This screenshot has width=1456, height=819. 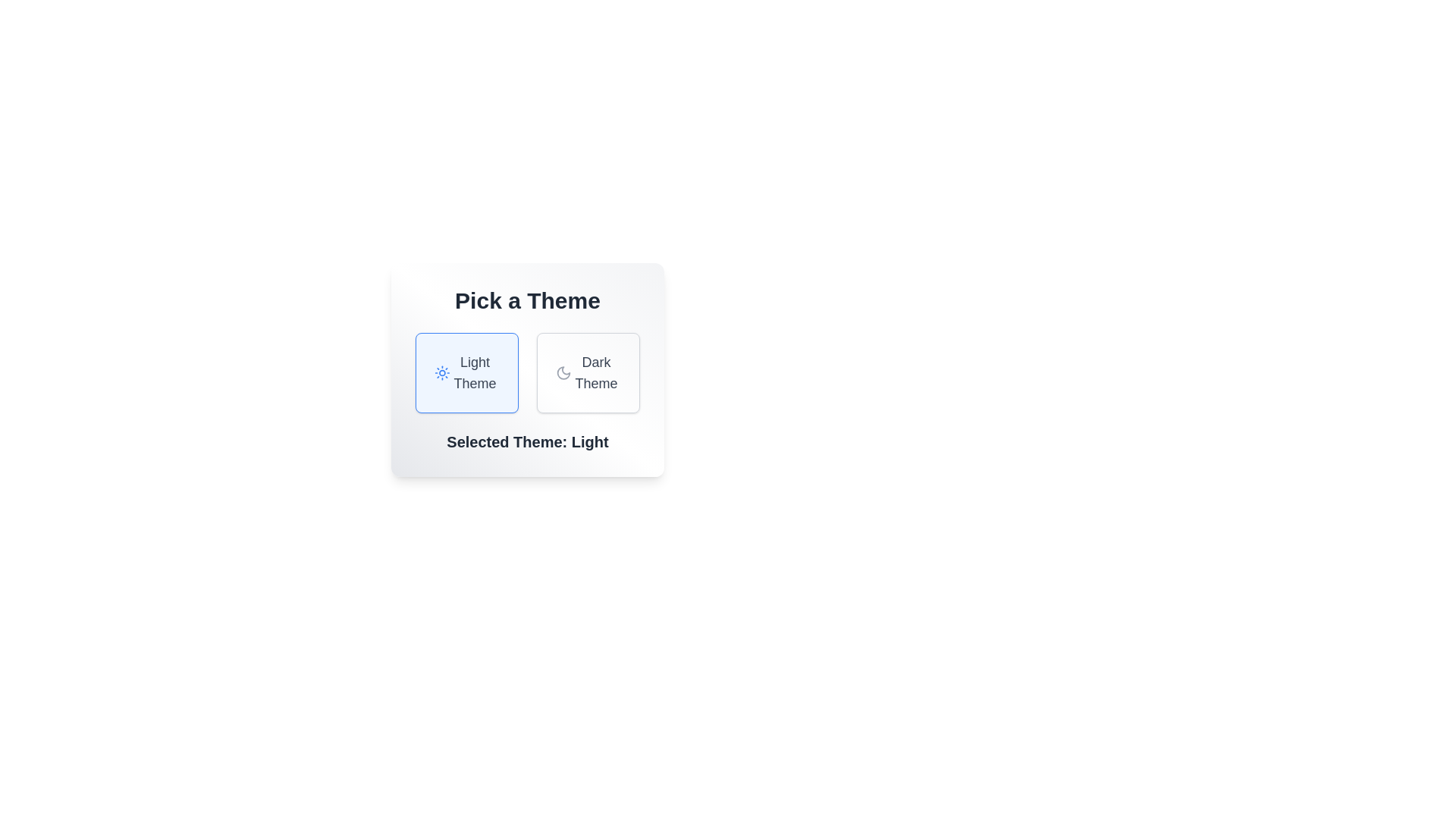 I want to click on displayed static text element that shows 'Selected Theme: Light', which is located at the bottom of the card section under the heading 'Pick a Theme', so click(x=528, y=441).